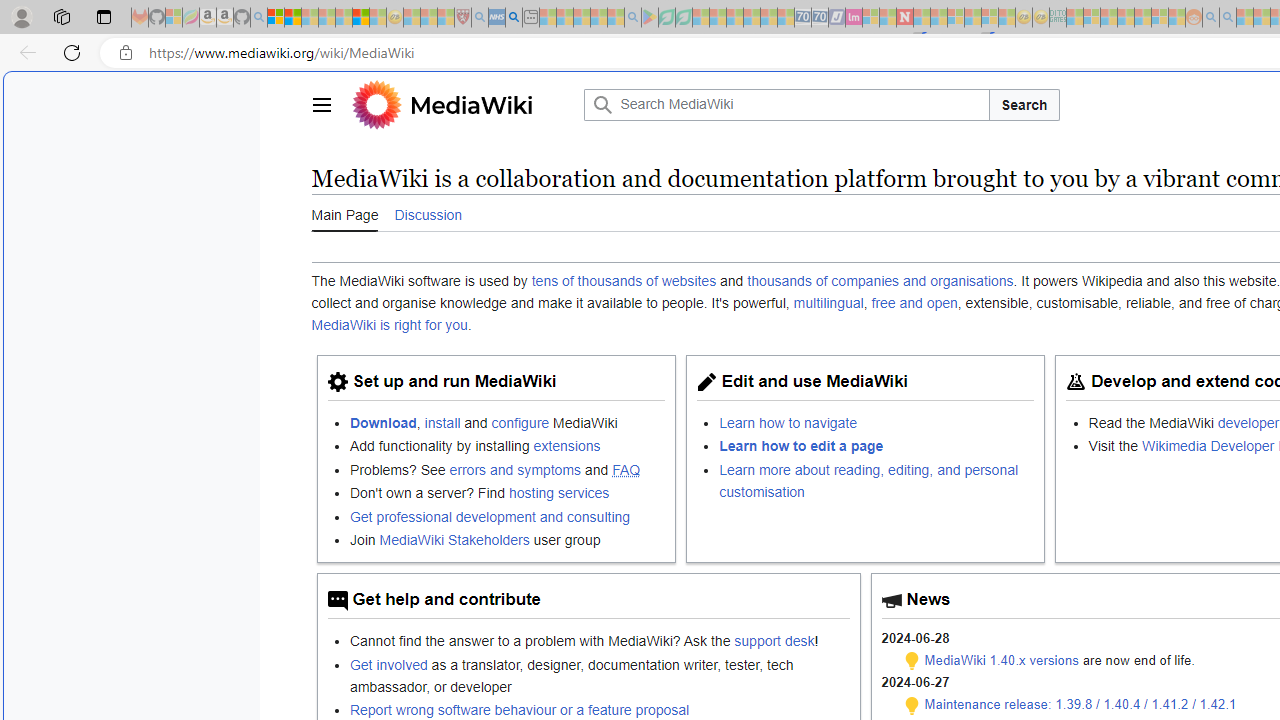  I want to click on 'MediaWiki Stakeholders', so click(453, 538).